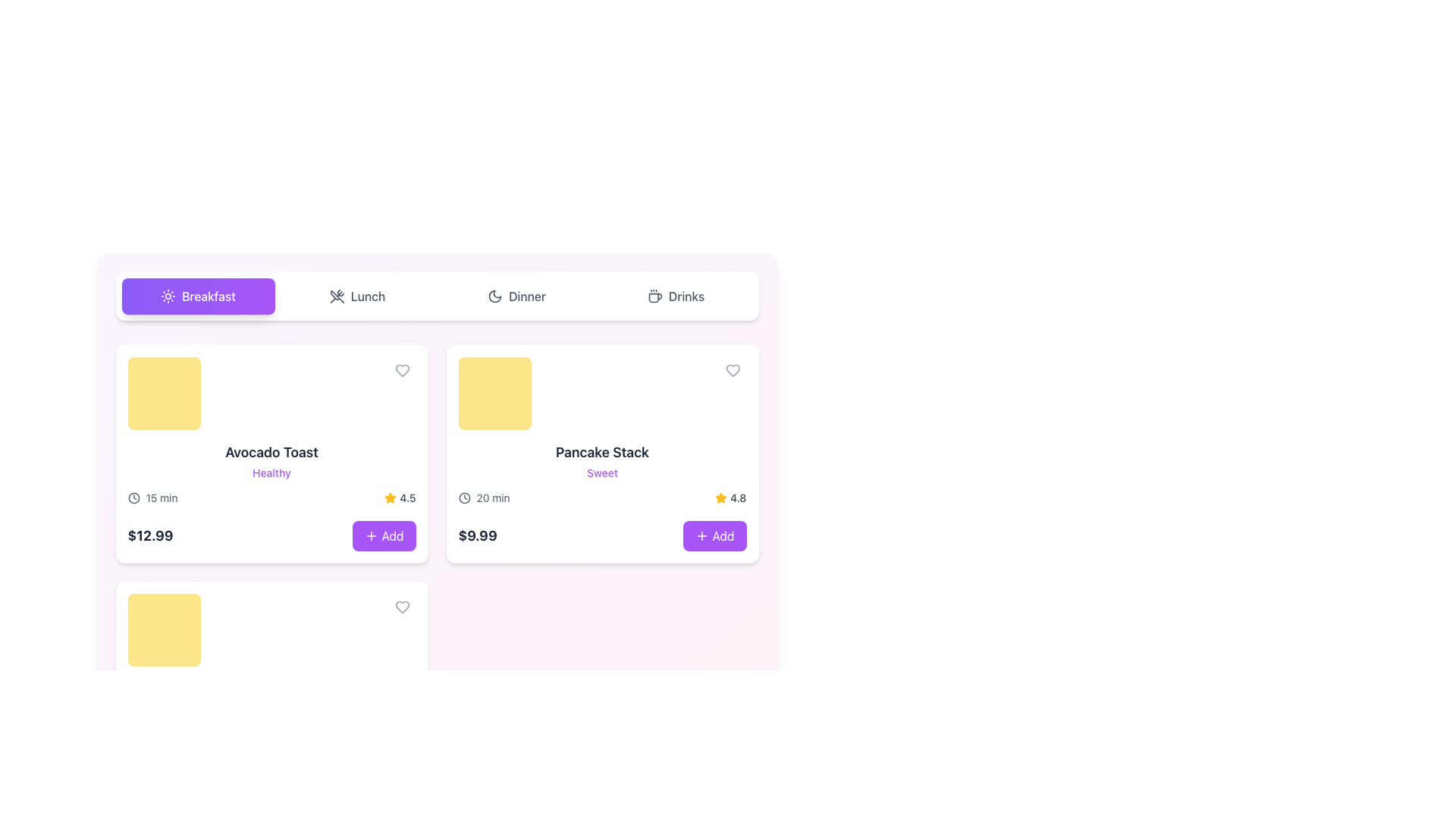 The image size is (1456, 819). What do you see at coordinates (701, 535) in the screenshot?
I see `the icon inside the purple 'Add' button located to the right of the 'Pancake Stack' menu item` at bounding box center [701, 535].